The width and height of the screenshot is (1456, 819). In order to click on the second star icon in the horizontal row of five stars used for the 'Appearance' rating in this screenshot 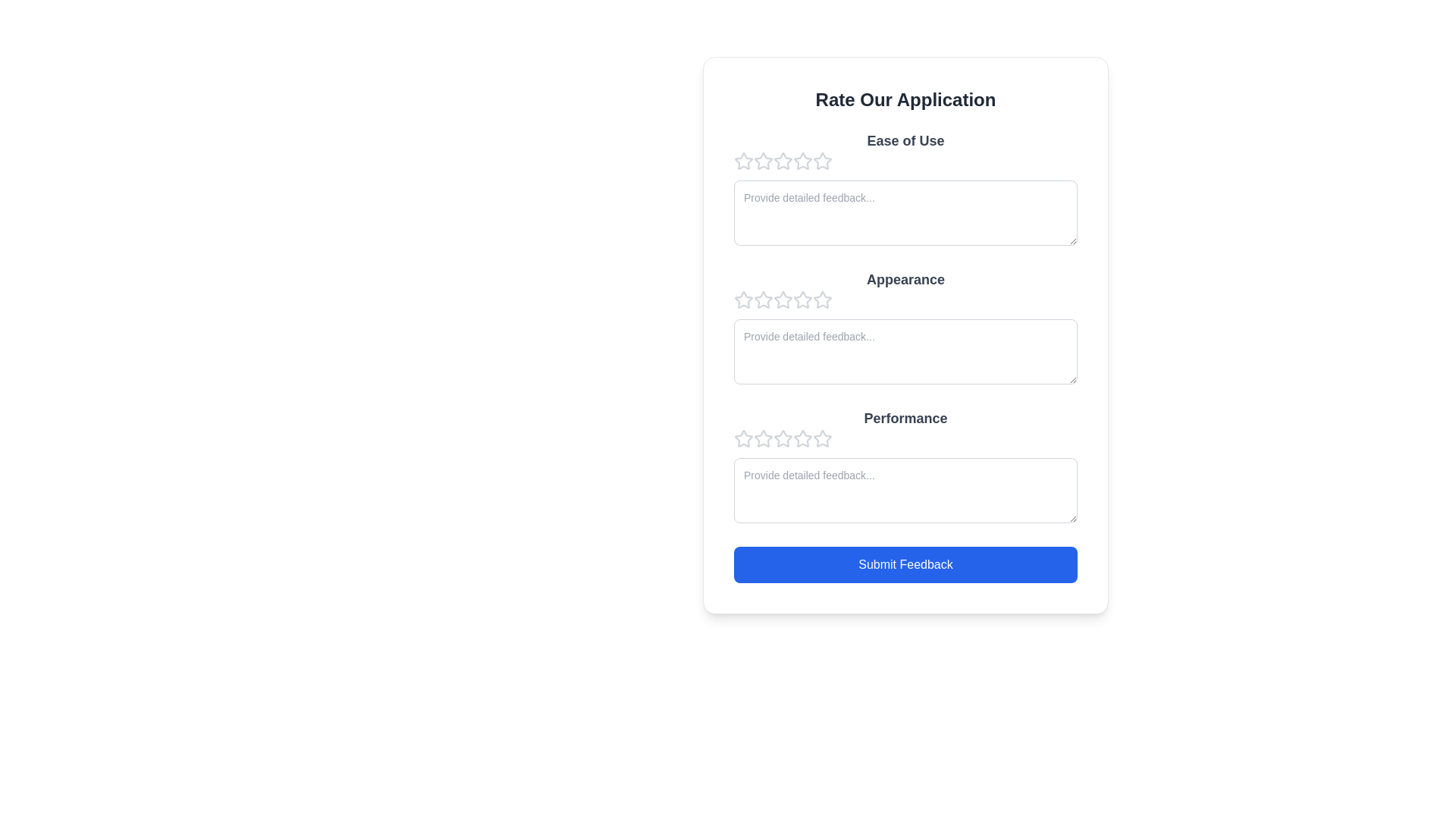, I will do `click(801, 299)`.